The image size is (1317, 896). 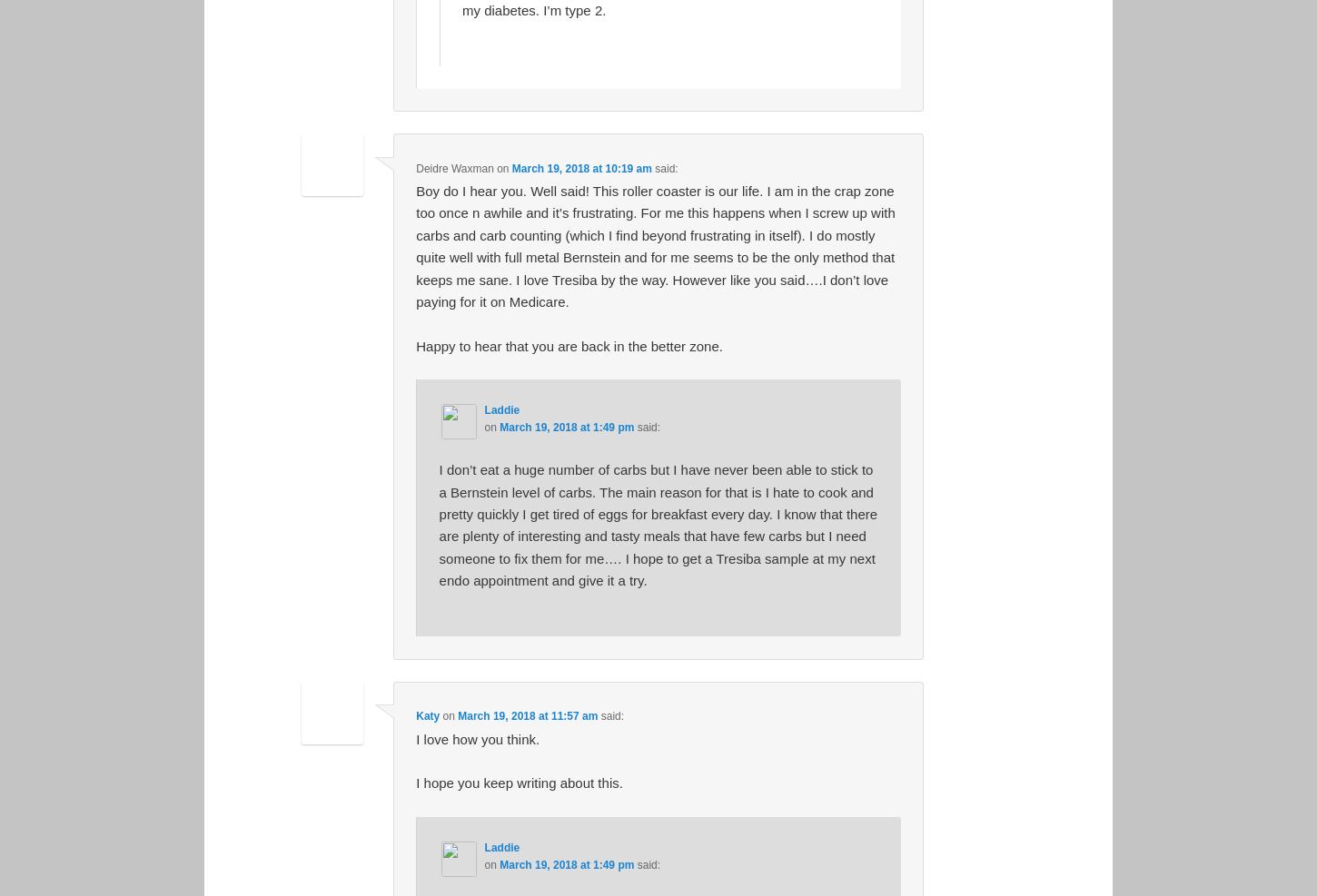 I want to click on 'I don’t eat a huge number of carbs but I have never been able to stick to a Bernstein level of carbs. The main reason for that is I hate to cook and pretty quickly I get tired of eggs for breakfast every day. I know that there are plenty of interesting and tasty meals that have few carbs but I need someone to fix them for me…. I hope to get a Tresiba sample at my next endo appointment and give it a try.', so click(x=437, y=524).